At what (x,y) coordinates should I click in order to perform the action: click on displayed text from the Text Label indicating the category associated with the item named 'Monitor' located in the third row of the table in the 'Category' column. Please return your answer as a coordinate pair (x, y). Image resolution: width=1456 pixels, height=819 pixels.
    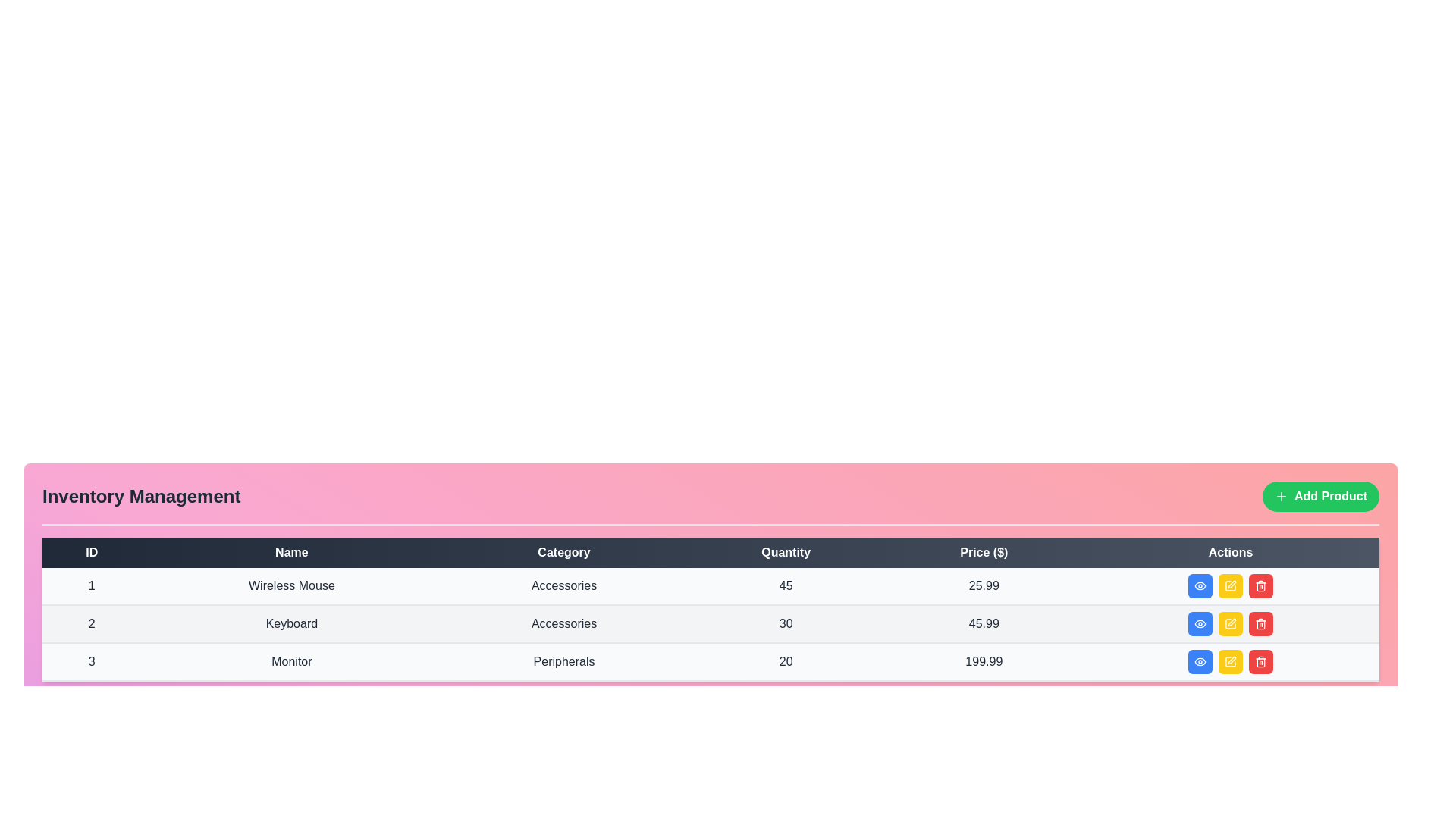
    Looking at the image, I should click on (563, 661).